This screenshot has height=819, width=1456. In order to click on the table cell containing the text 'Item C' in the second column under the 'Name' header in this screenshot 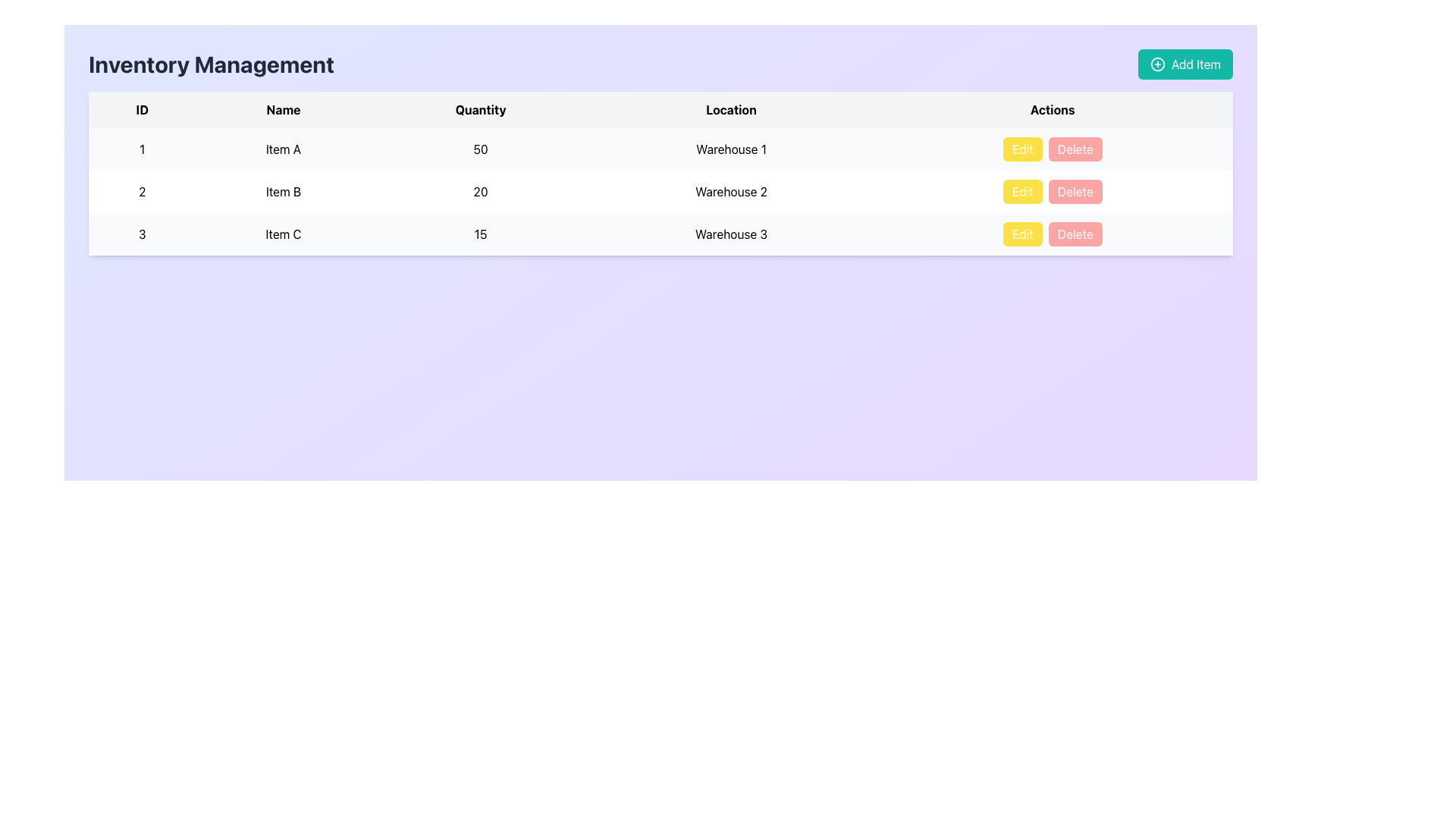, I will do `click(284, 234)`.